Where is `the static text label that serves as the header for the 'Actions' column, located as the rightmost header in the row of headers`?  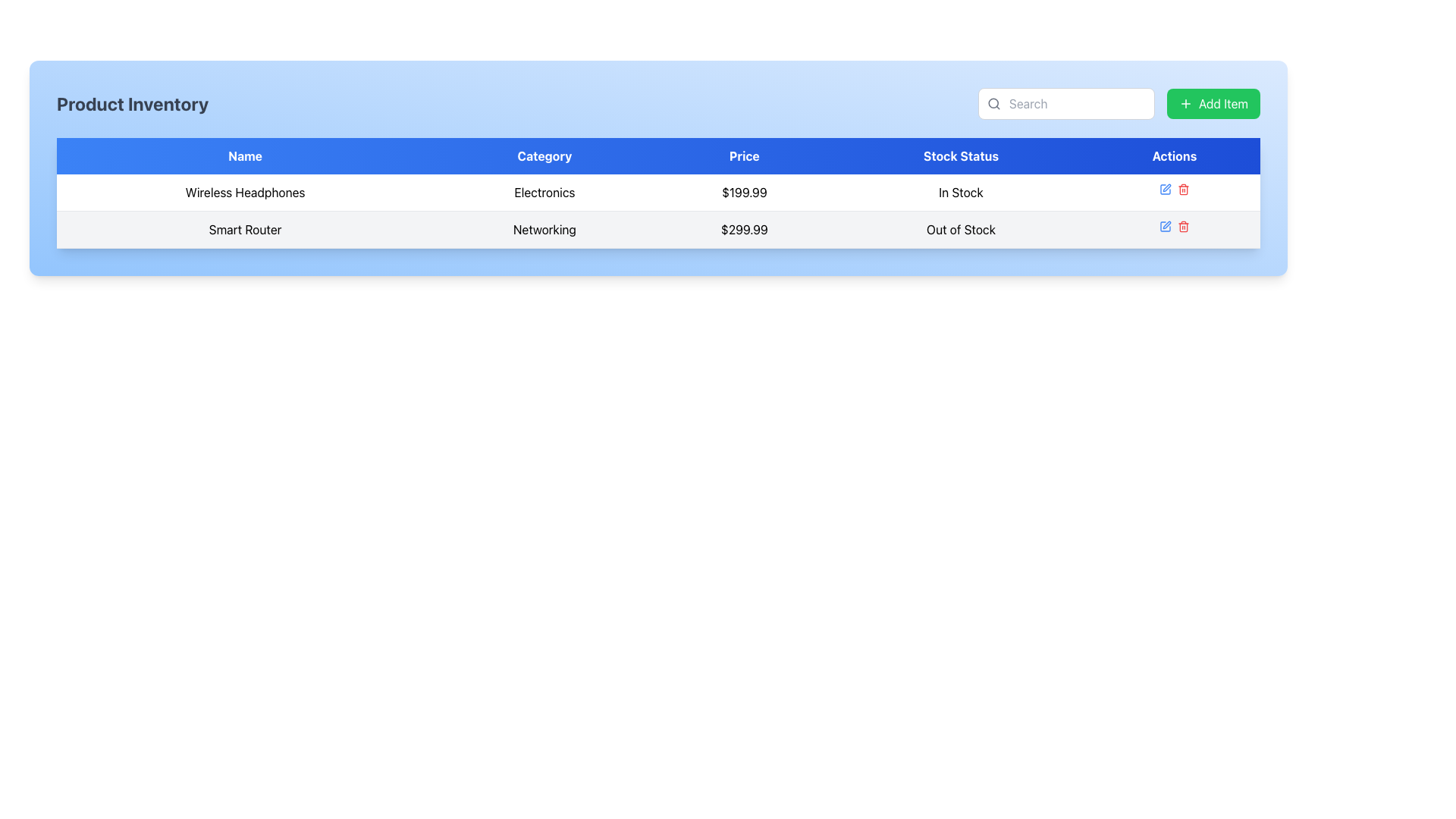 the static text label that serves as the header for the 'Actions' column, located as the rightmost header in the row of headers is located at coordinates (1173, 155).